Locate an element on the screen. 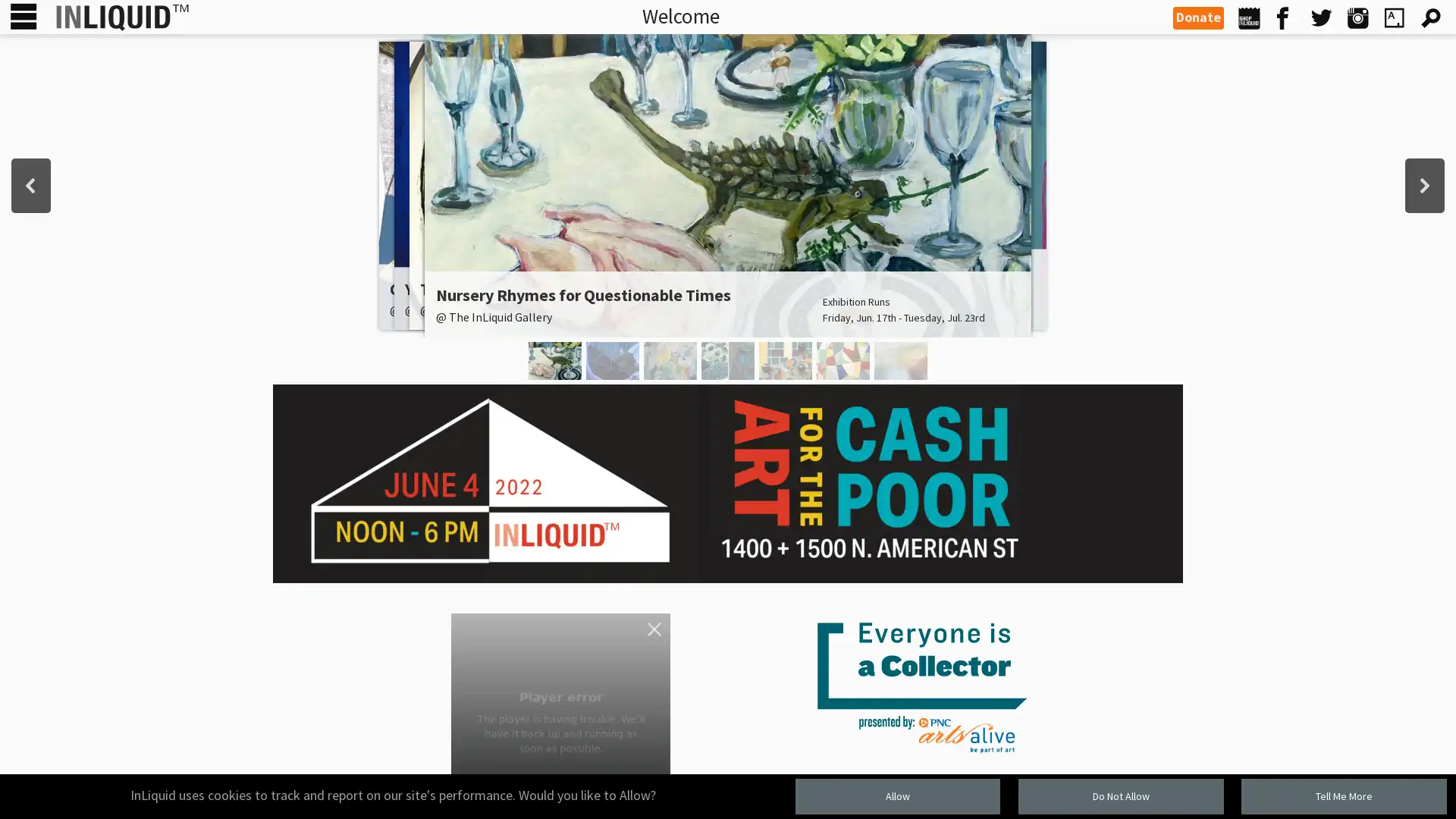 The width and height of the screenshot is (1456, 819). previous arrow is located at coordinates (31, 185).